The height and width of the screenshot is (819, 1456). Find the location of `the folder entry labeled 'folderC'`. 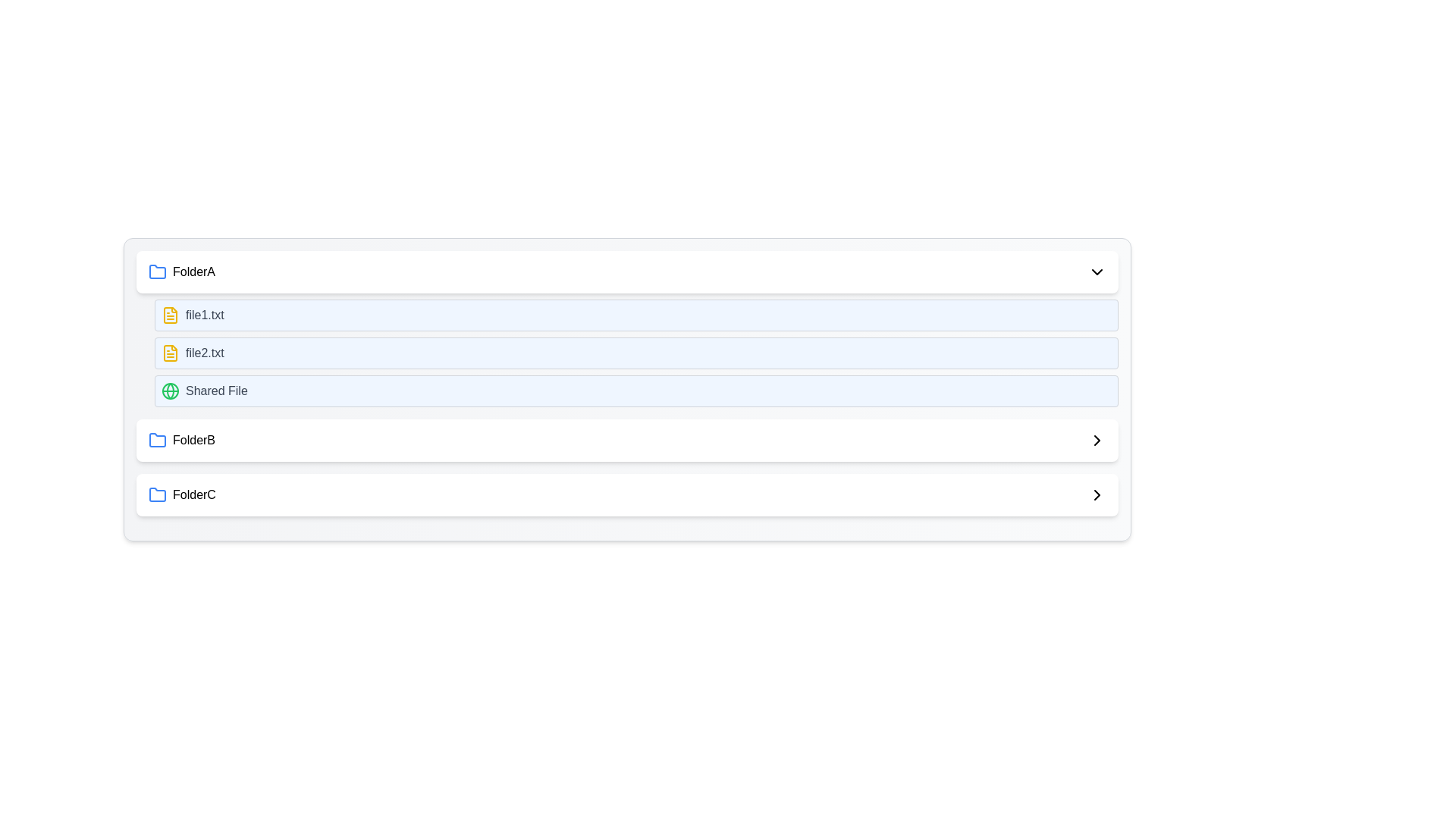

the folder entry labeled 'folderC' is located at coordinates (627, 494).